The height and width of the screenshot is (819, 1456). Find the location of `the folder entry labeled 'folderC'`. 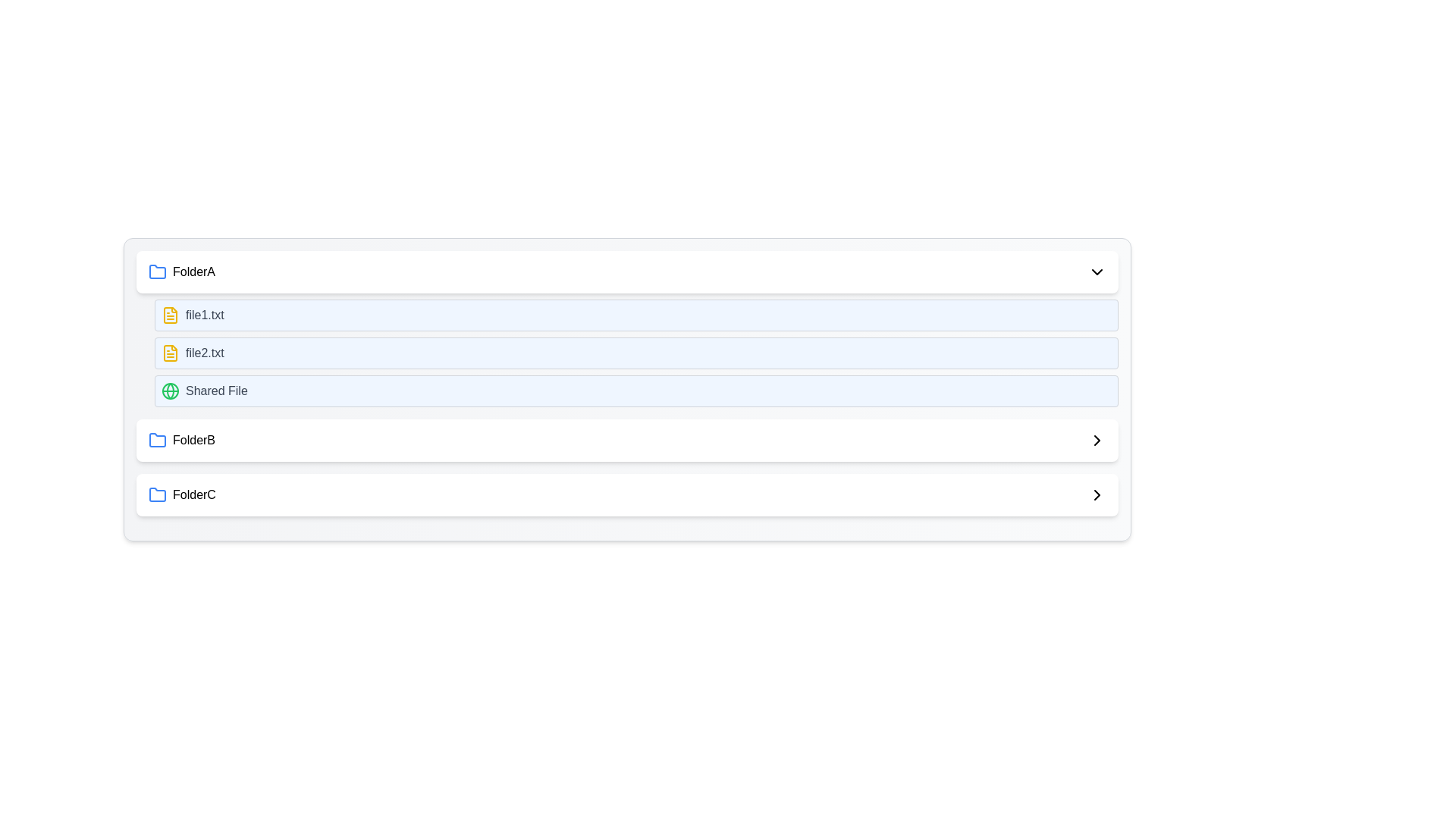

the folder entry labeled 'folderC' is located at coordinates (627, 494).